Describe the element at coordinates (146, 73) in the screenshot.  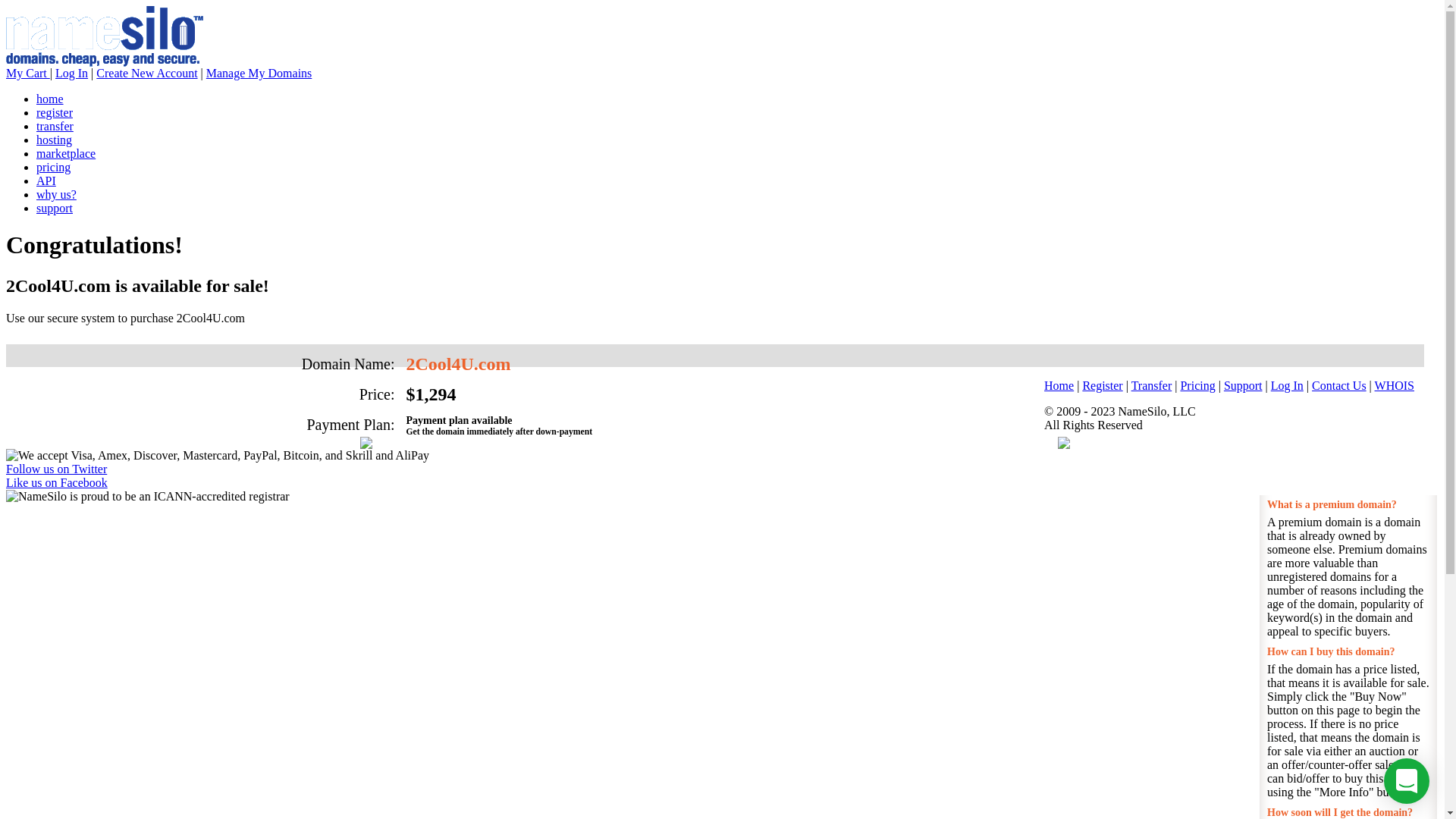
I see `'Create New Account'` at that location.